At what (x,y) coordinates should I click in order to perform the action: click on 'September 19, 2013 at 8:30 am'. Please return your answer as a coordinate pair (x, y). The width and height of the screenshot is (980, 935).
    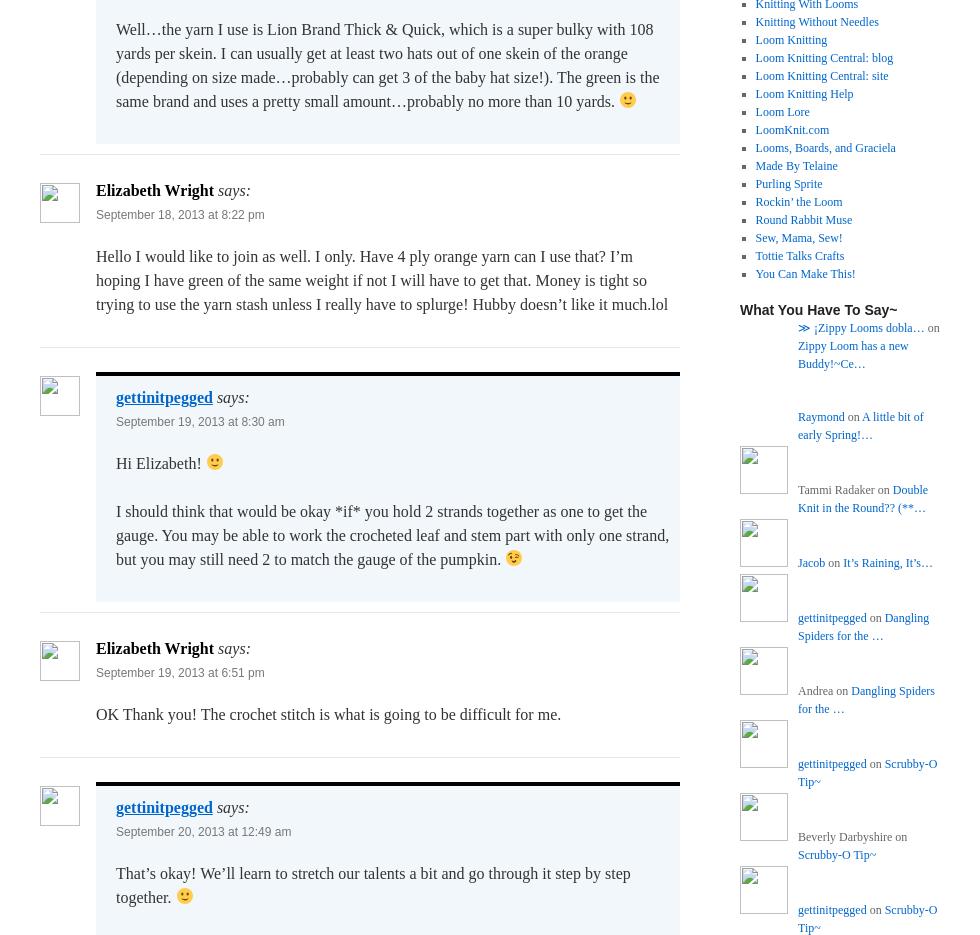
    Looking at the image, I should click on (200, 421).